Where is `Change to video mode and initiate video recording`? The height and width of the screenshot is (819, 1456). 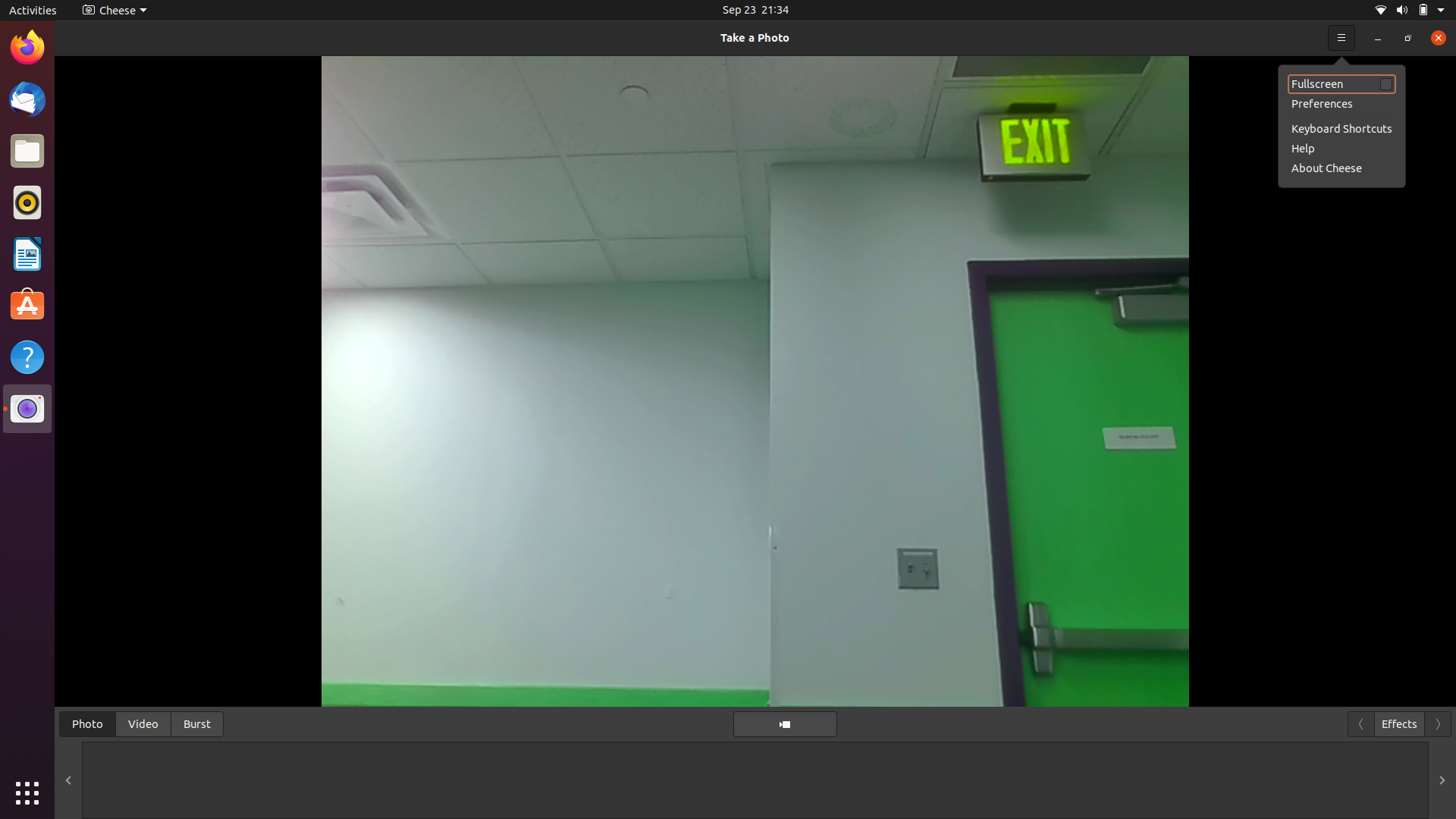
Change to video mode and initiate video recording is located at coordinates (143, 722).